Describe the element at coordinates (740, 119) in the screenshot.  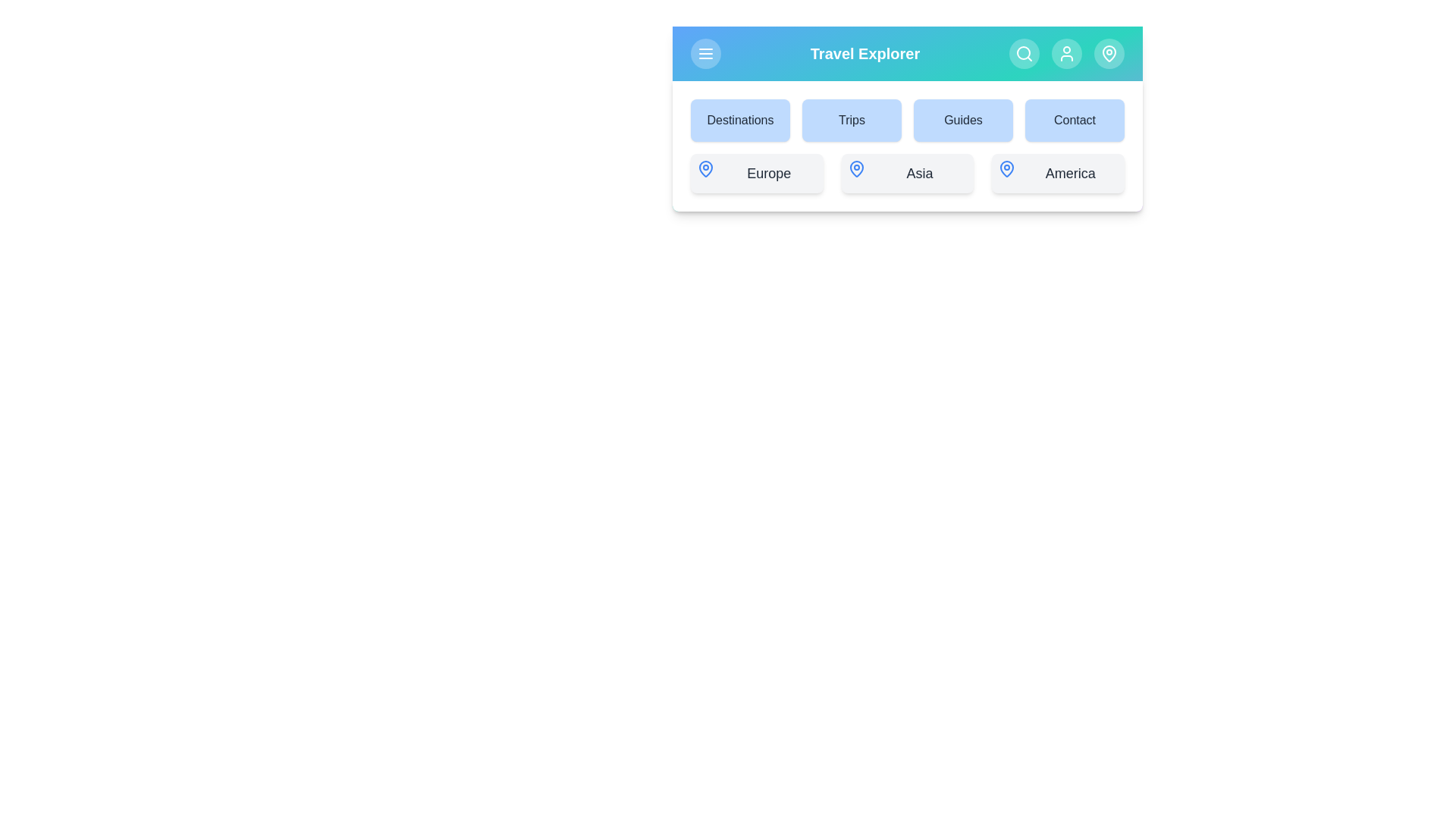
I see `the Destinations button in the navigation bar` at that location.